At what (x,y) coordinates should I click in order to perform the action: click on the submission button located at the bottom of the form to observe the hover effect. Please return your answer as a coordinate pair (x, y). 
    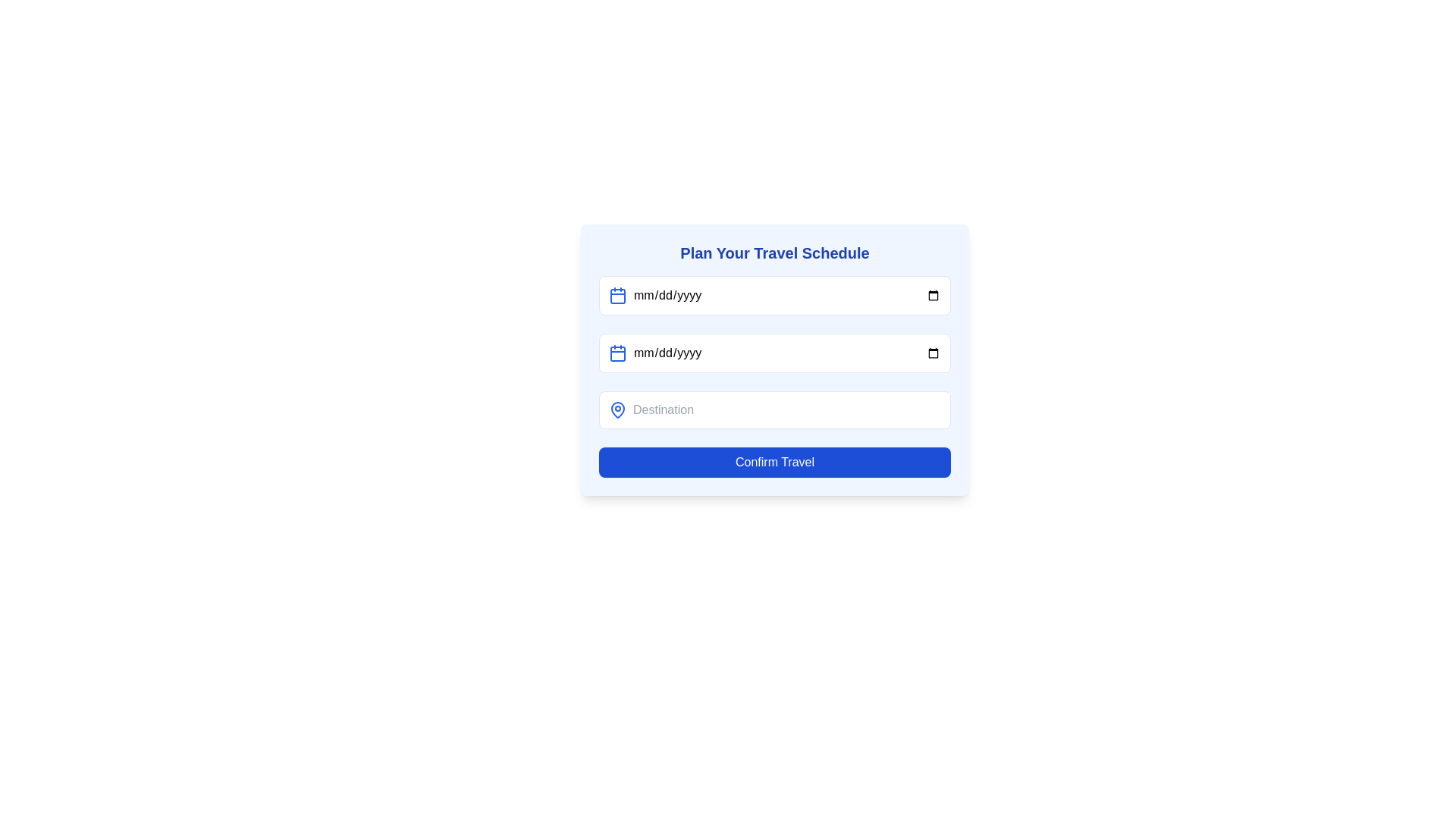
    Looking at the image, I should click on (775, 461).